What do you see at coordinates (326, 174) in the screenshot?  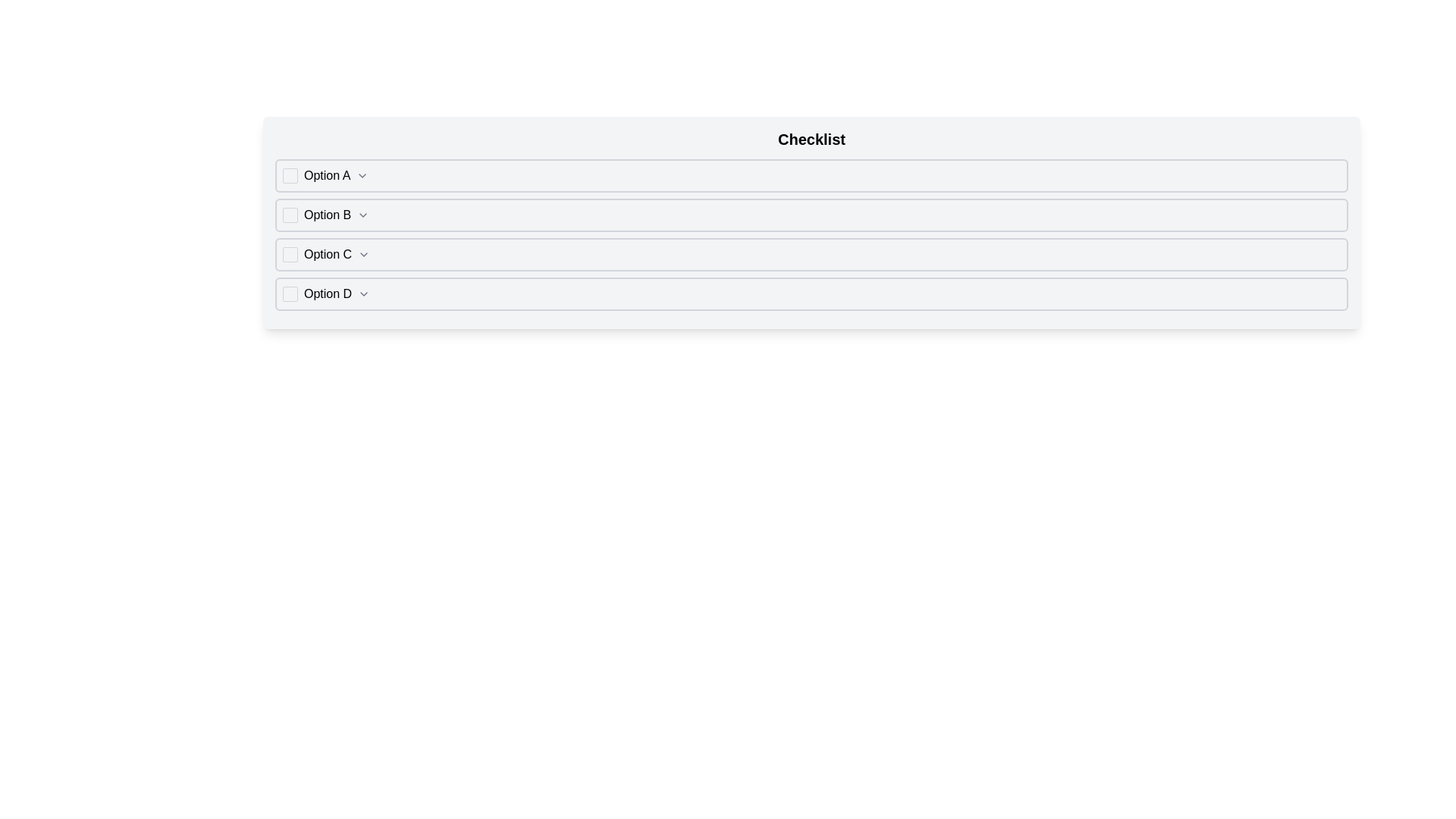 I see `the text label that identifies option 'A' in the checklist, which is positioned immediately to the right of the checkbox and to the left of the chevron icon` at bounding box center [326, 174].